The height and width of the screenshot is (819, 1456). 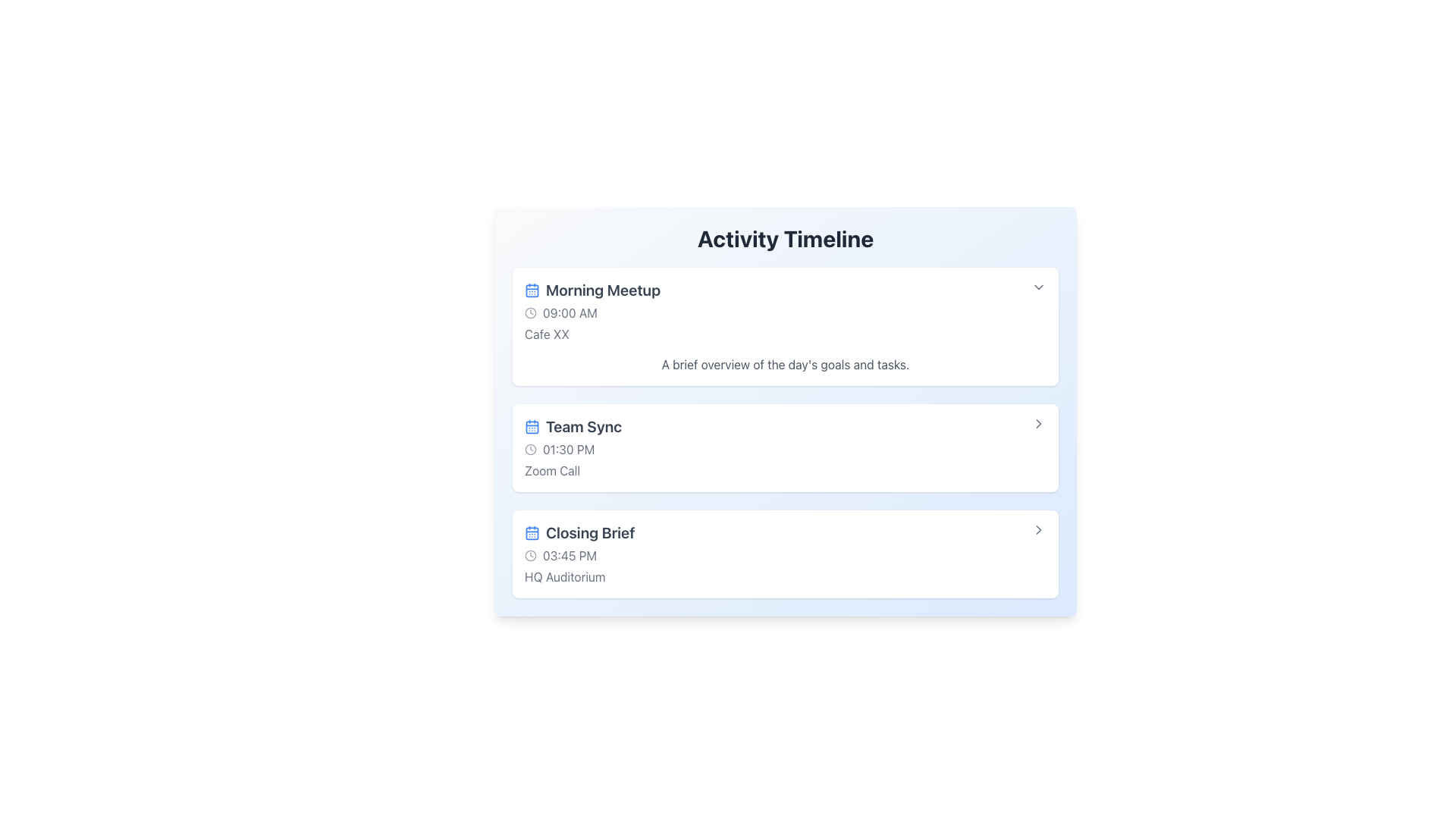 What do you see at coordinates (531, 449) in the screenshot?
I see `the clock icon representing the time for the 'Team Sync' event, which is located to the left of the text '01:30 PM'` at bounding box center [531, 449].